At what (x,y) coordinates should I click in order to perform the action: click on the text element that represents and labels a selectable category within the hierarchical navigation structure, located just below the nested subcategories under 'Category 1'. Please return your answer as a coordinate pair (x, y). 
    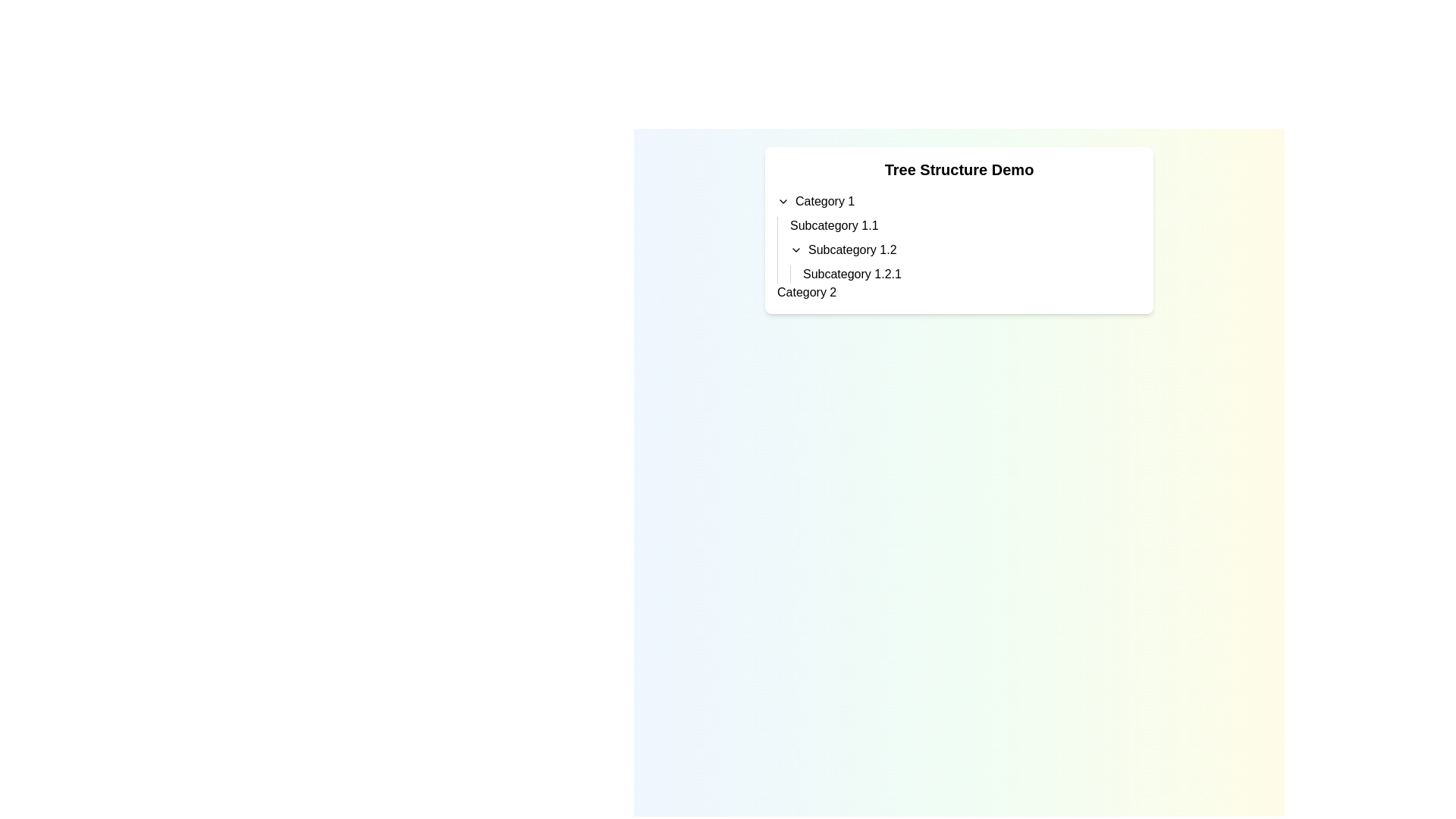
    Looking at the image, I should click on (806, 292).